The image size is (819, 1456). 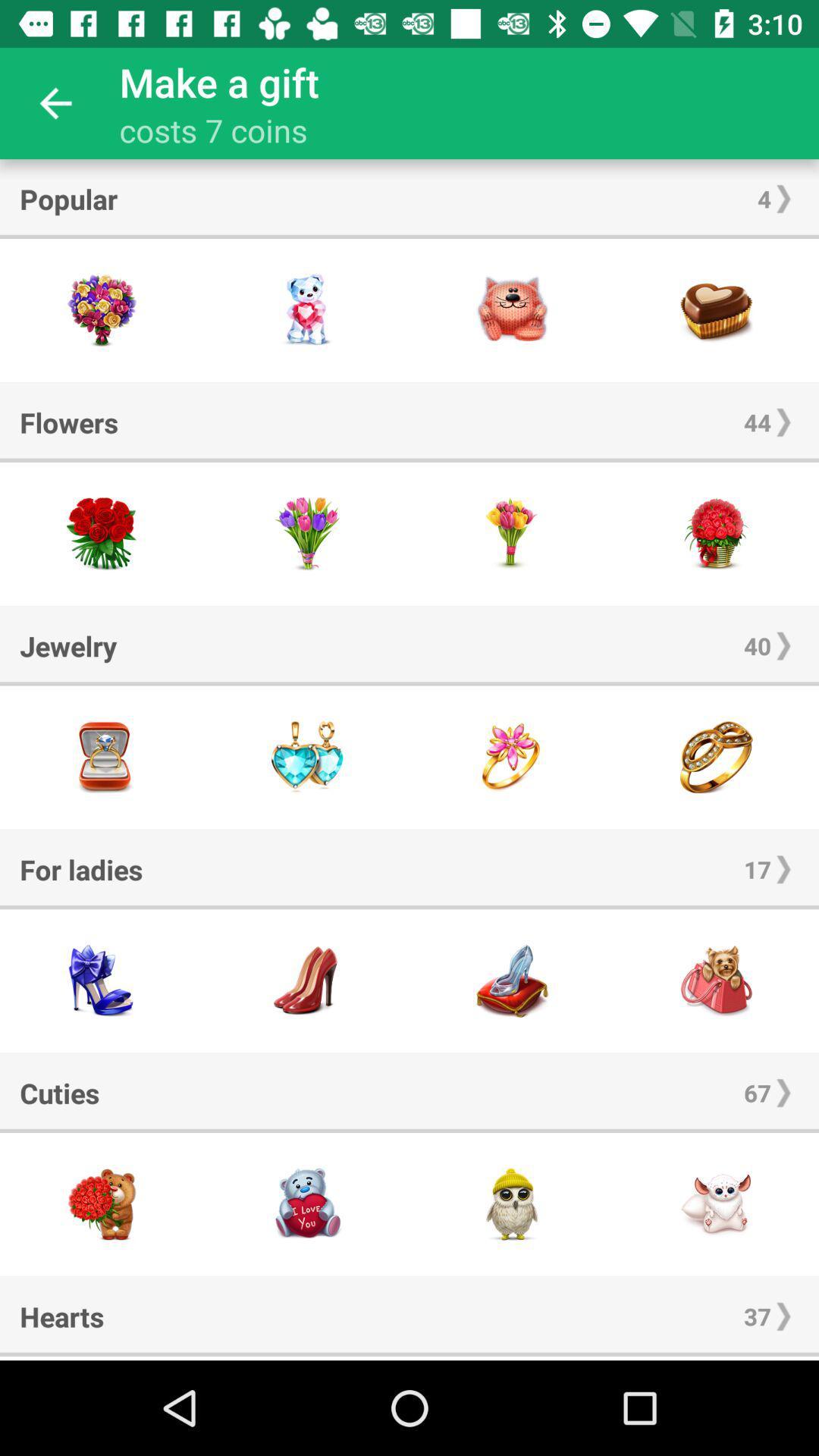 What do you see at coordinates (68, 198) in the screenshot?
I see `icon next to 4` at bounding box center [68, 198].